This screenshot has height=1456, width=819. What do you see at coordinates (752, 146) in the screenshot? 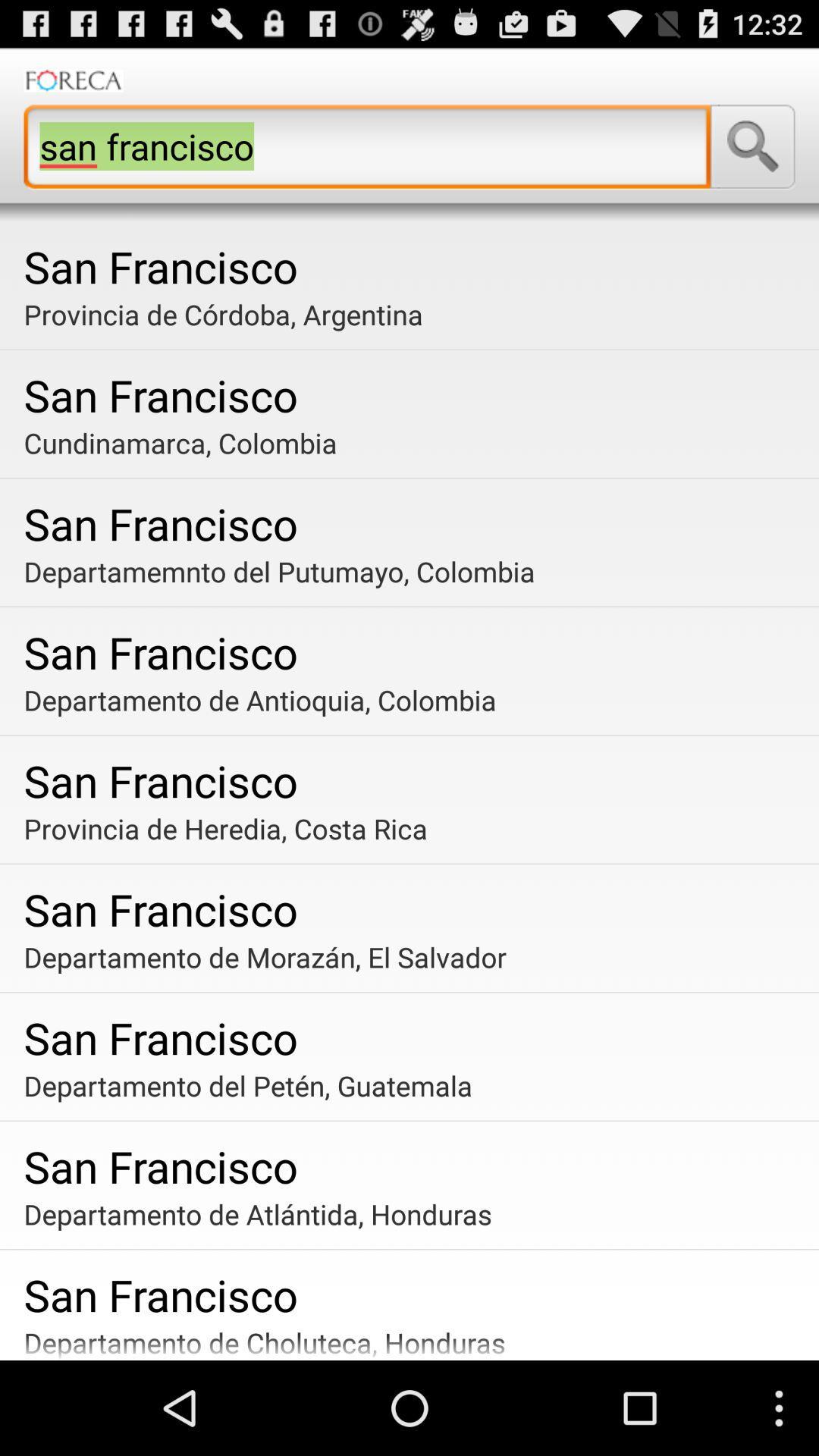
I see `the icon next to san francisco icon` at bounding box center [752, 146].